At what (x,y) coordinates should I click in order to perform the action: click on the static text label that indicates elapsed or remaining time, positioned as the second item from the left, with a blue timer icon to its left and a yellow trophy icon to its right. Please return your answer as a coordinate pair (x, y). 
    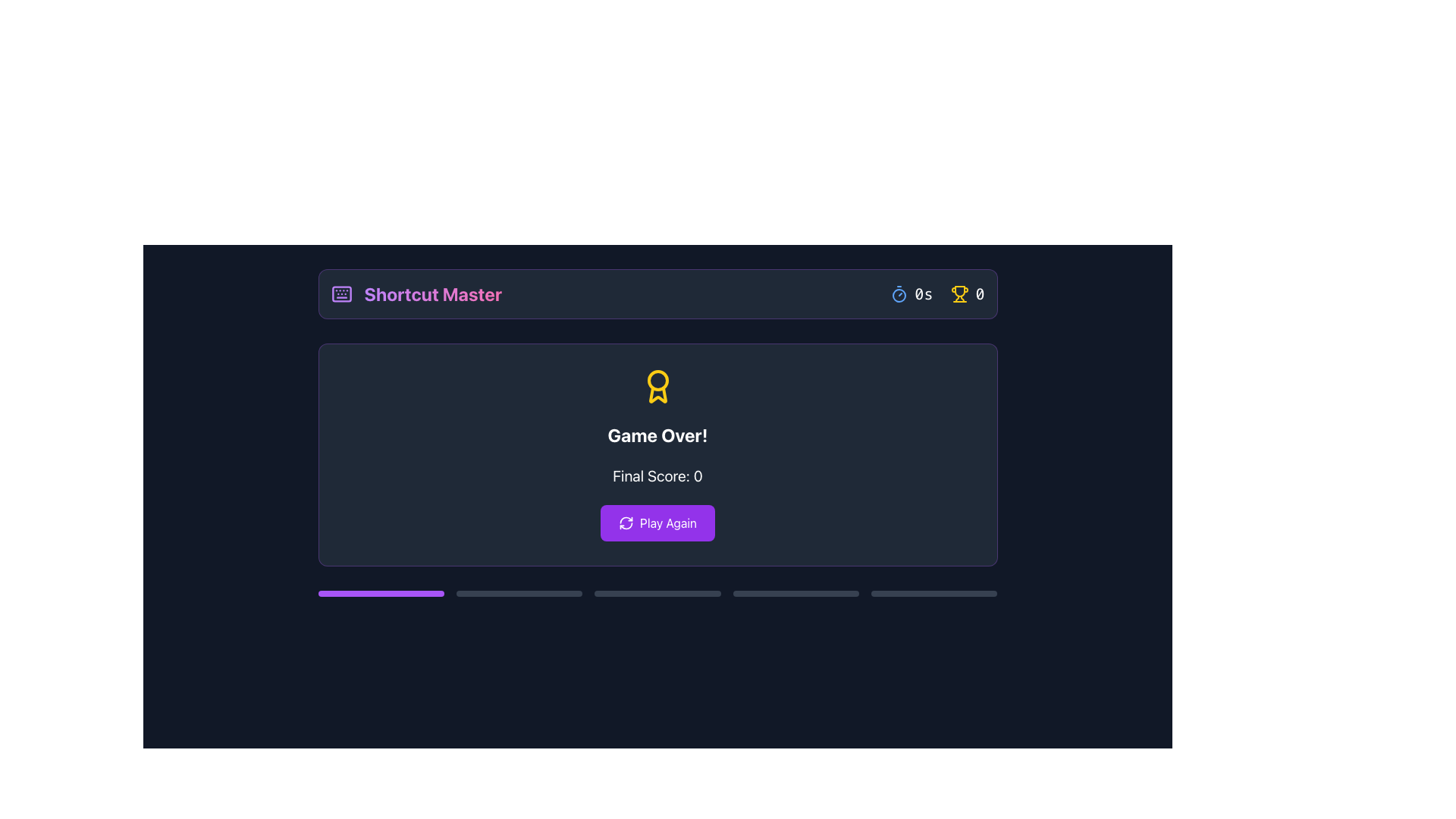
    Looking at the image, I should click on (923, 294).